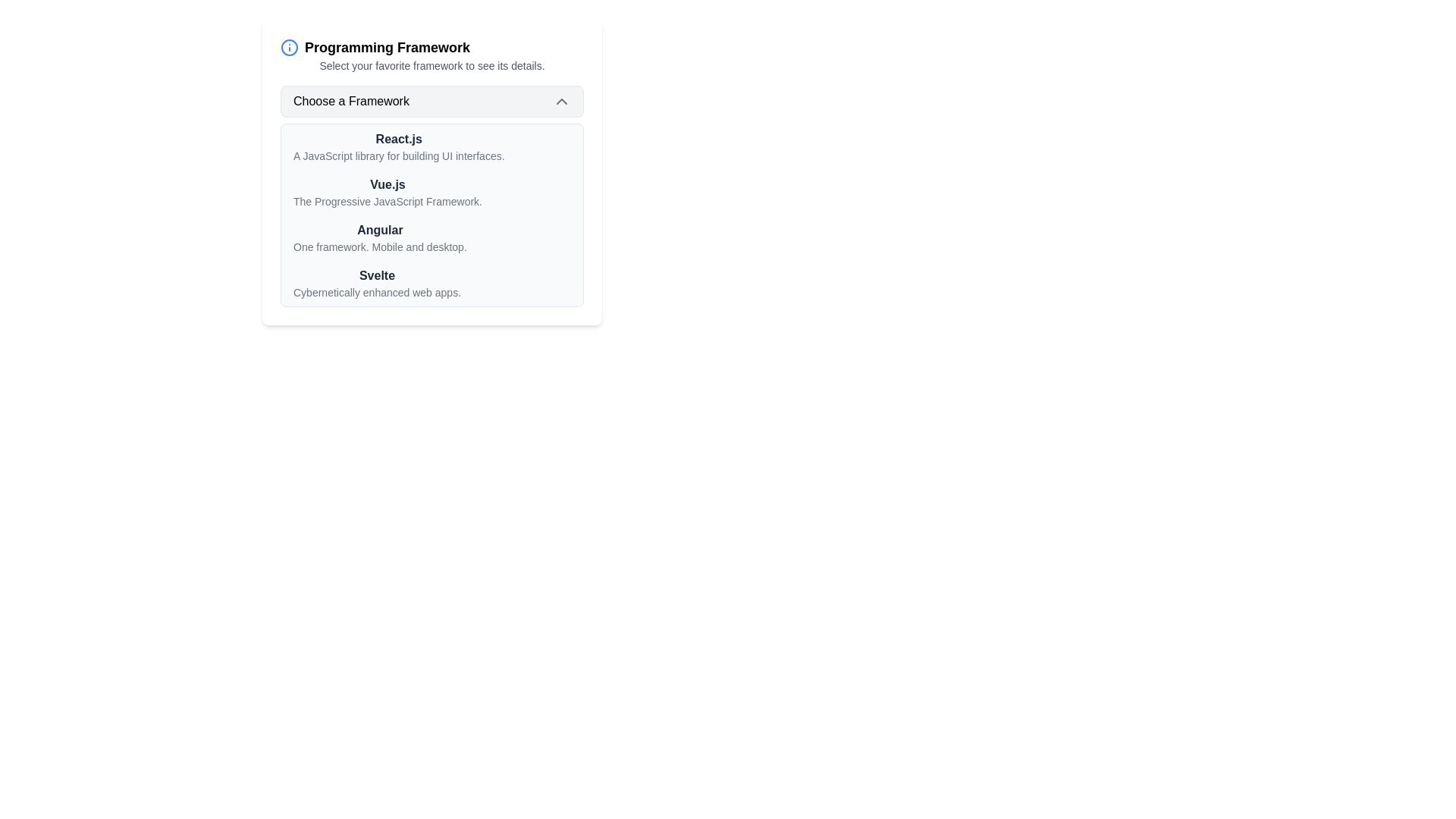  What do you see at coordinates (290, 46) in the screenshot?
I see `the blue SVG circle that represents an information icon located in the top-left corner of the layout` at bounding box center [290, 46].